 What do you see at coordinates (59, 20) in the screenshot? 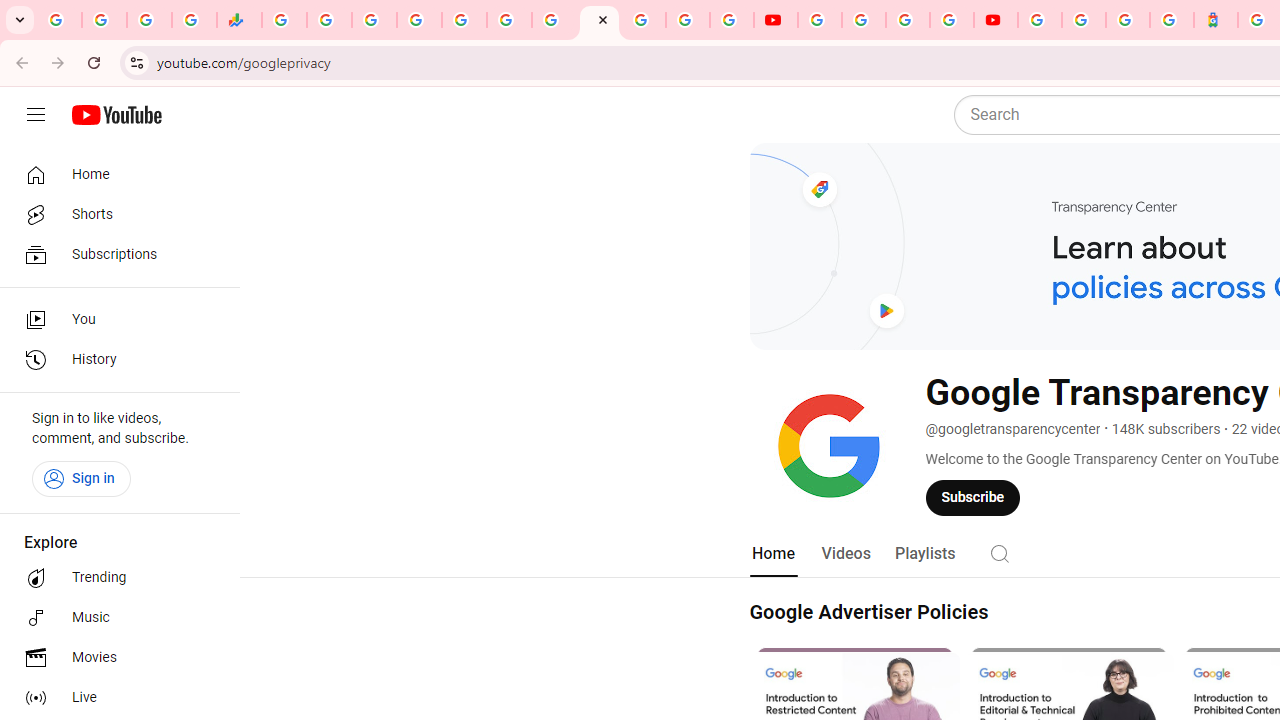
I see `'Google Workspace Admin Community'` at bounding box center [59, 20].